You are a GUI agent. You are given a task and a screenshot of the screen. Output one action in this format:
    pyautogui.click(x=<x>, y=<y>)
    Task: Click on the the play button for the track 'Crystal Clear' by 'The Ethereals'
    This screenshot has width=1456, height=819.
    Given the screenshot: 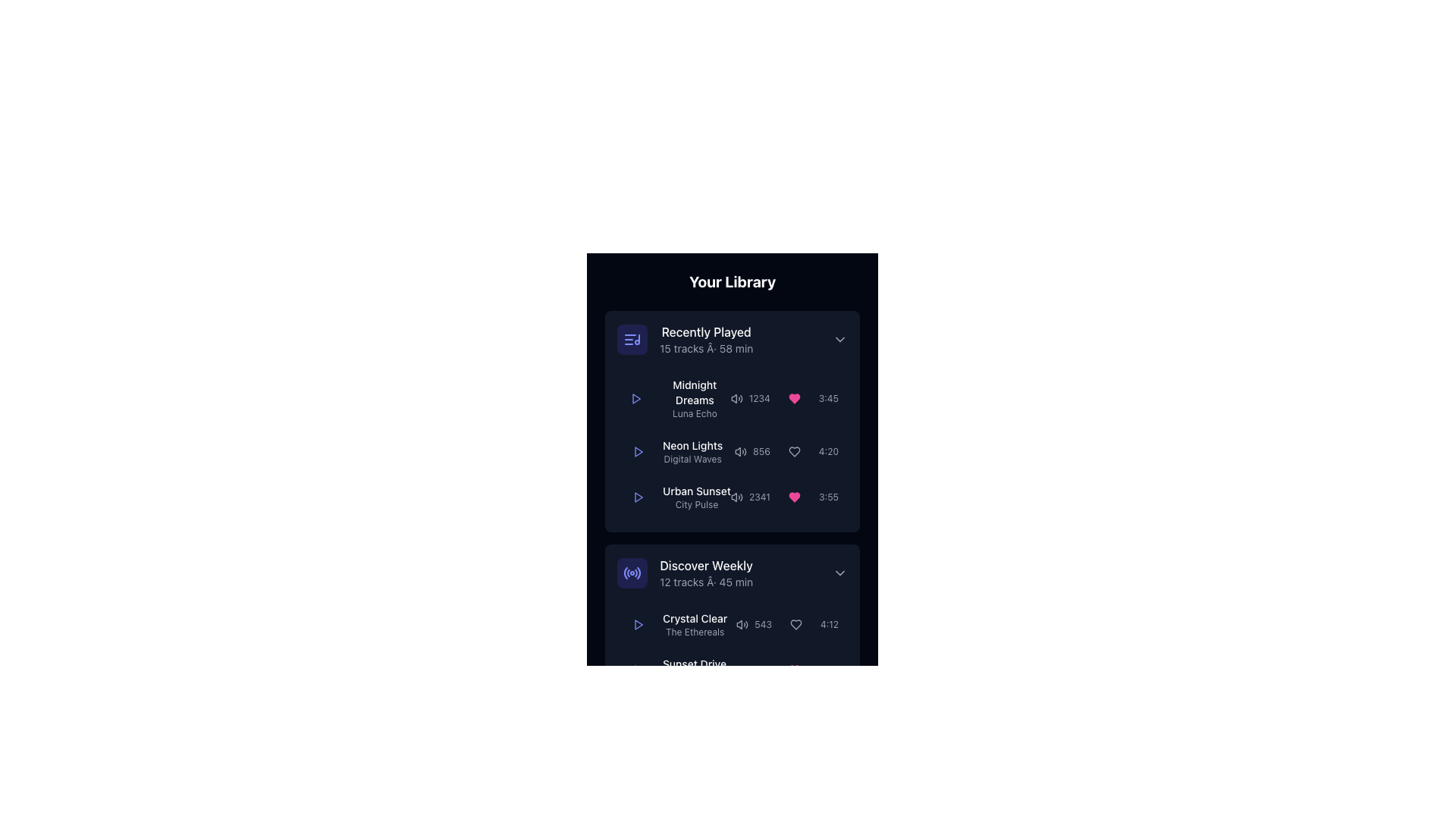 What is the action you would take?
    pyautogui.click(x=638, y=625)
    